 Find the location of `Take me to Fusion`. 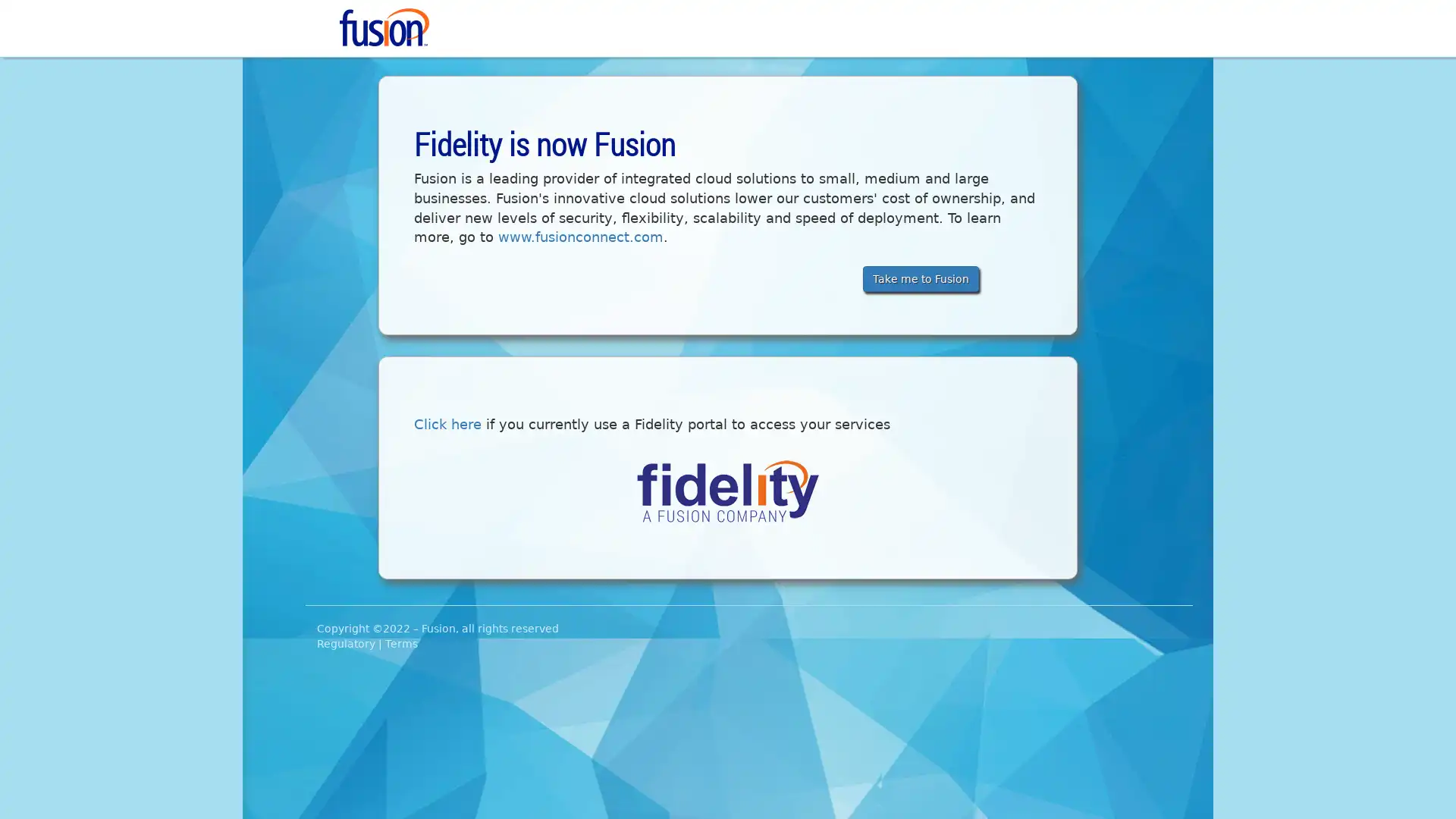

Take me to Fusion is located at coordinates (919, 278).